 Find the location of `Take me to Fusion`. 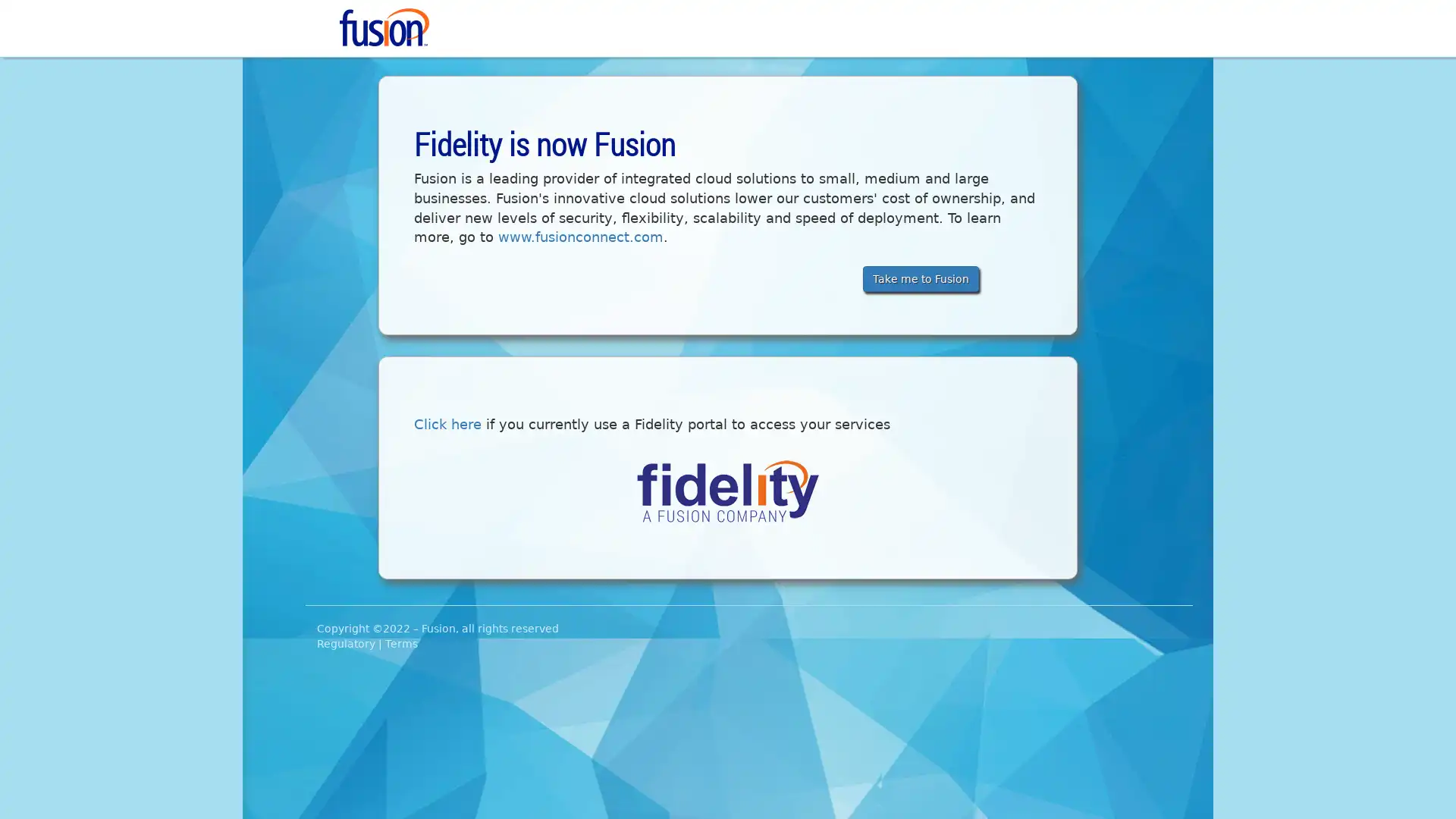

Take me to Fusion is located at coordinates (919, 278).